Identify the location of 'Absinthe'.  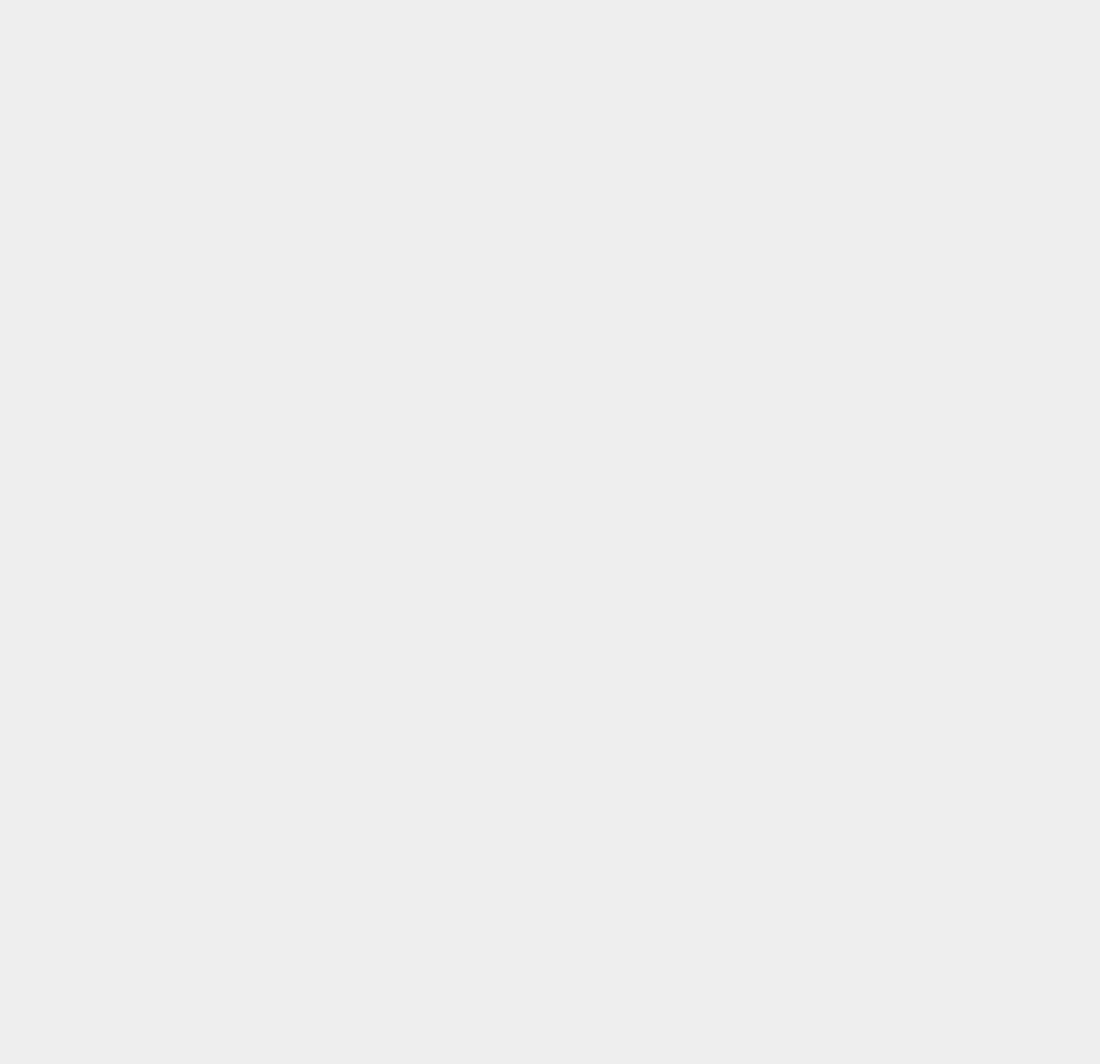
(805, 906).